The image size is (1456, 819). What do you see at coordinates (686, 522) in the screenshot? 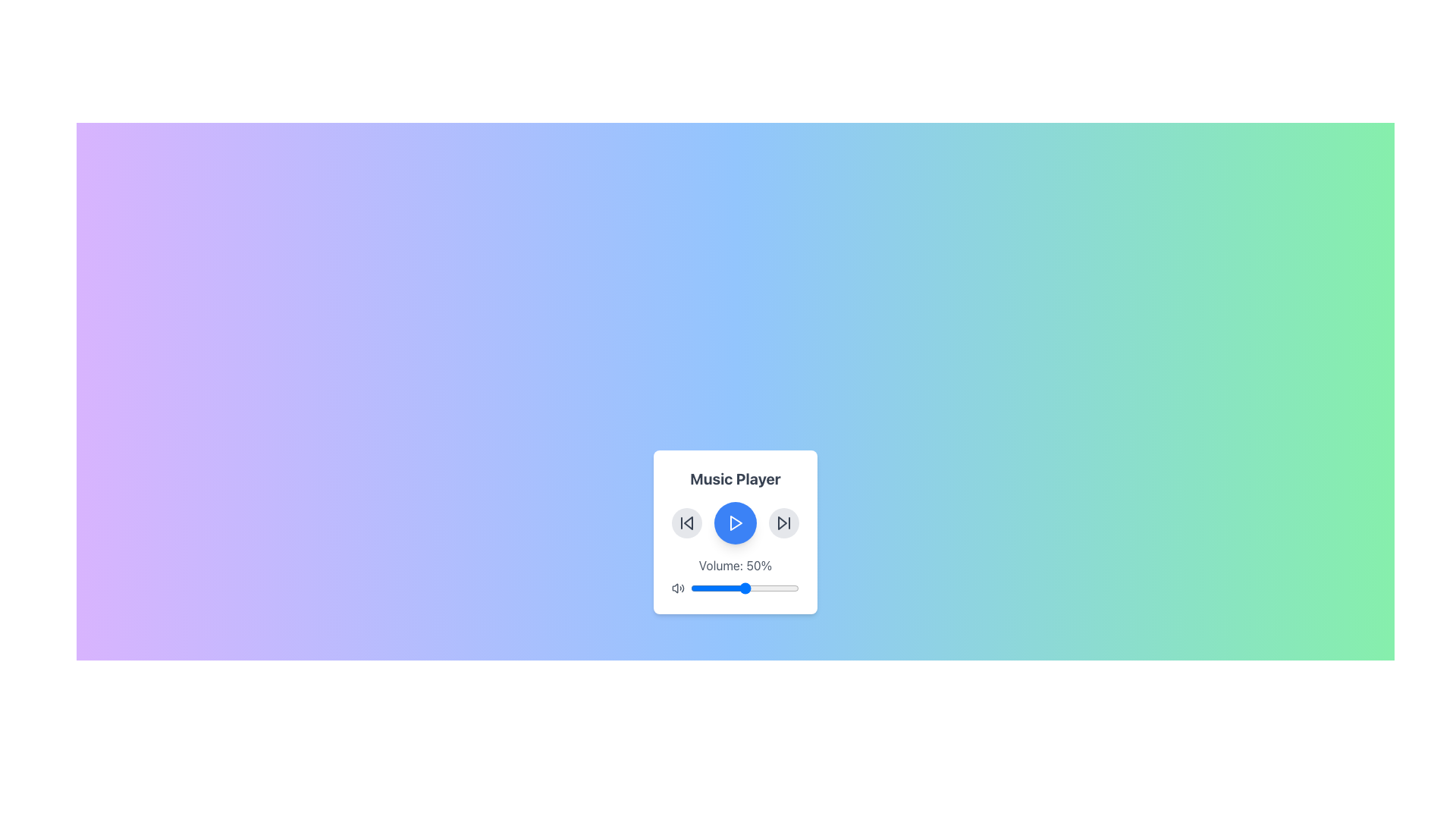
I see `the left-pointing double triangle icon button, styled as a circular button with a light gray background, to skip to the previous track in the music player interface` at bounding box center [686, 522].